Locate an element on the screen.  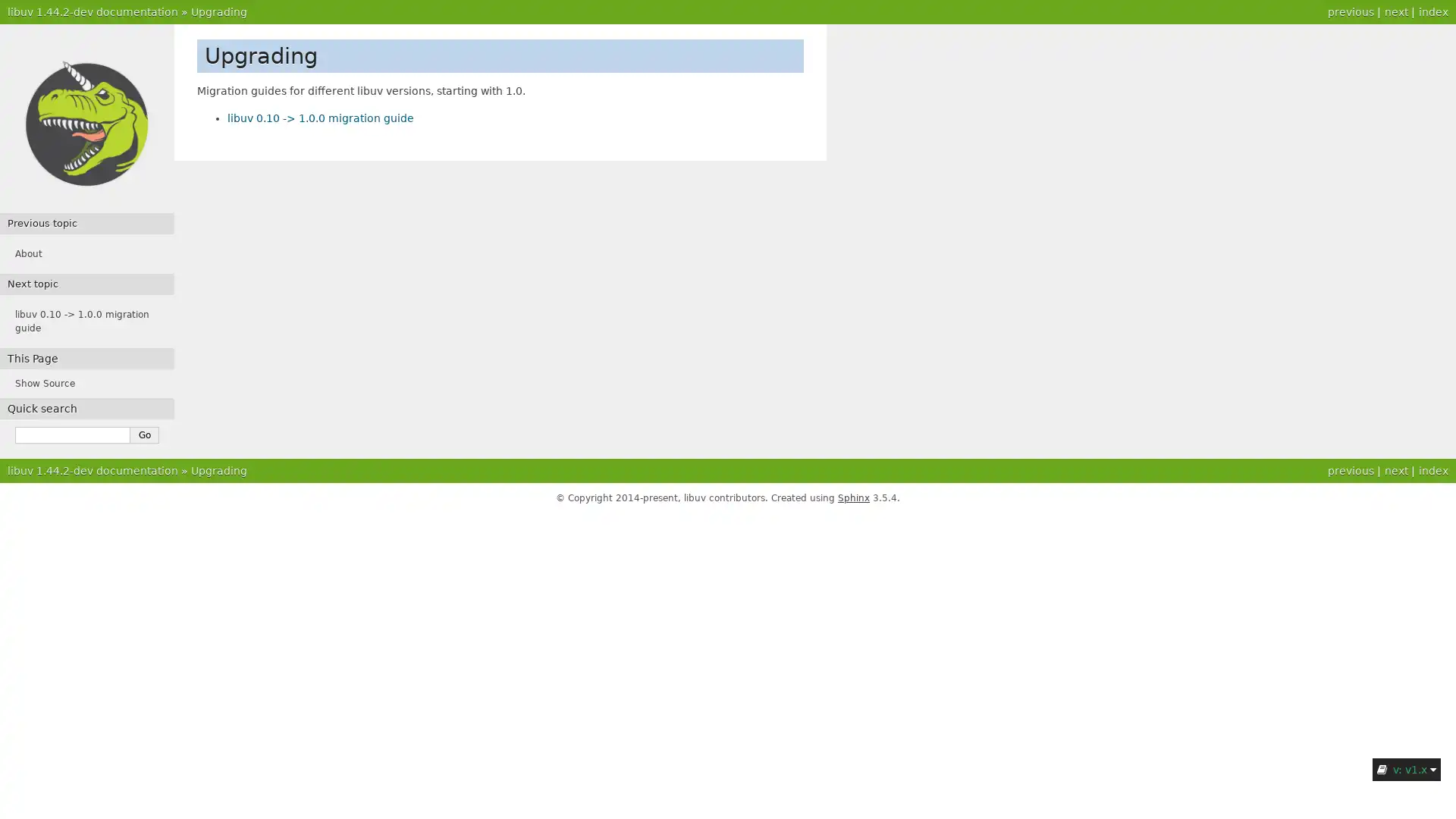
Go is located at coordinates (145, 435).